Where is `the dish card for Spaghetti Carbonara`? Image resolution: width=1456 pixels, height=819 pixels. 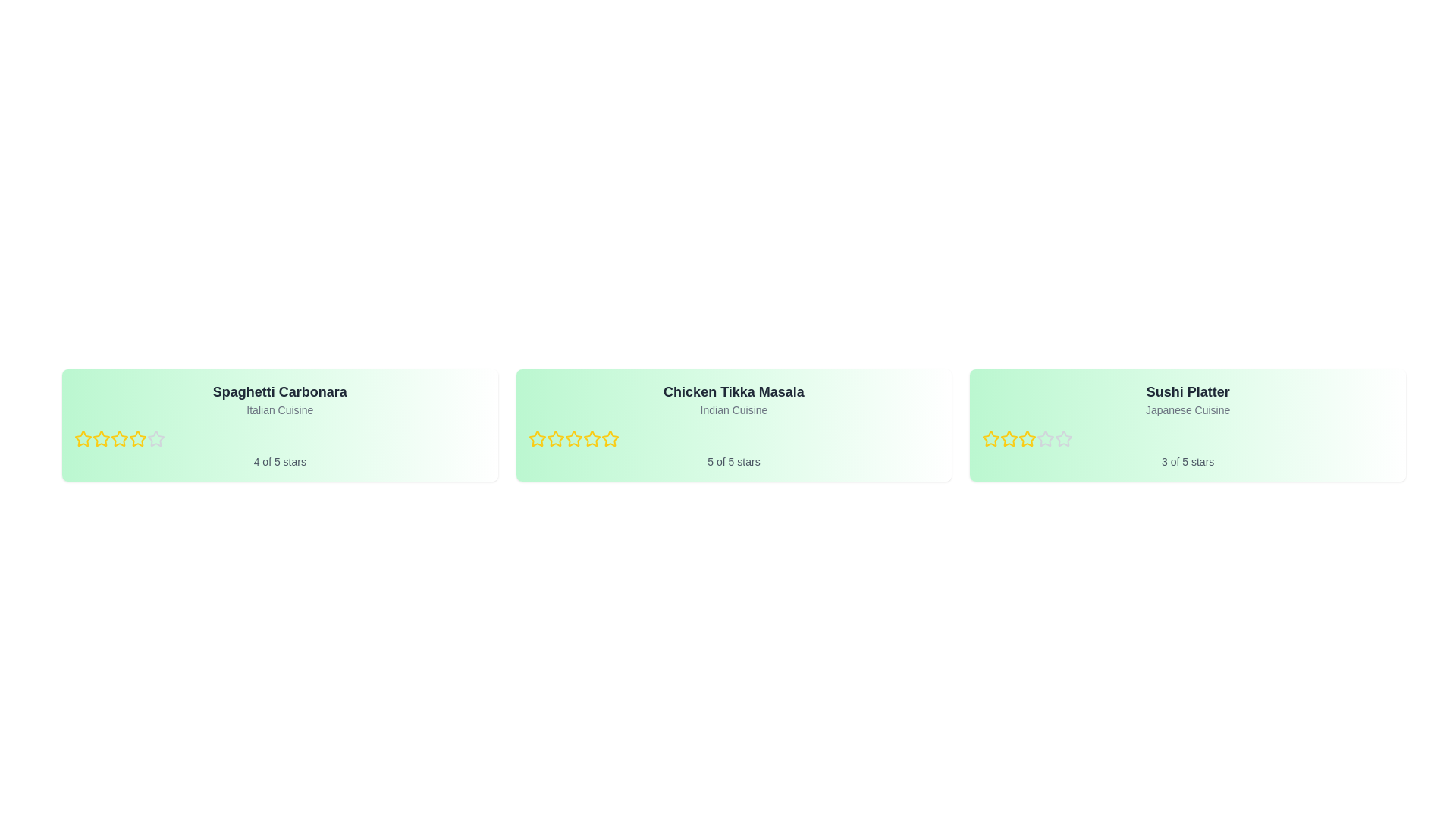
the dish card for Spaghetti Carbonara is located at coordinates (280, 425).